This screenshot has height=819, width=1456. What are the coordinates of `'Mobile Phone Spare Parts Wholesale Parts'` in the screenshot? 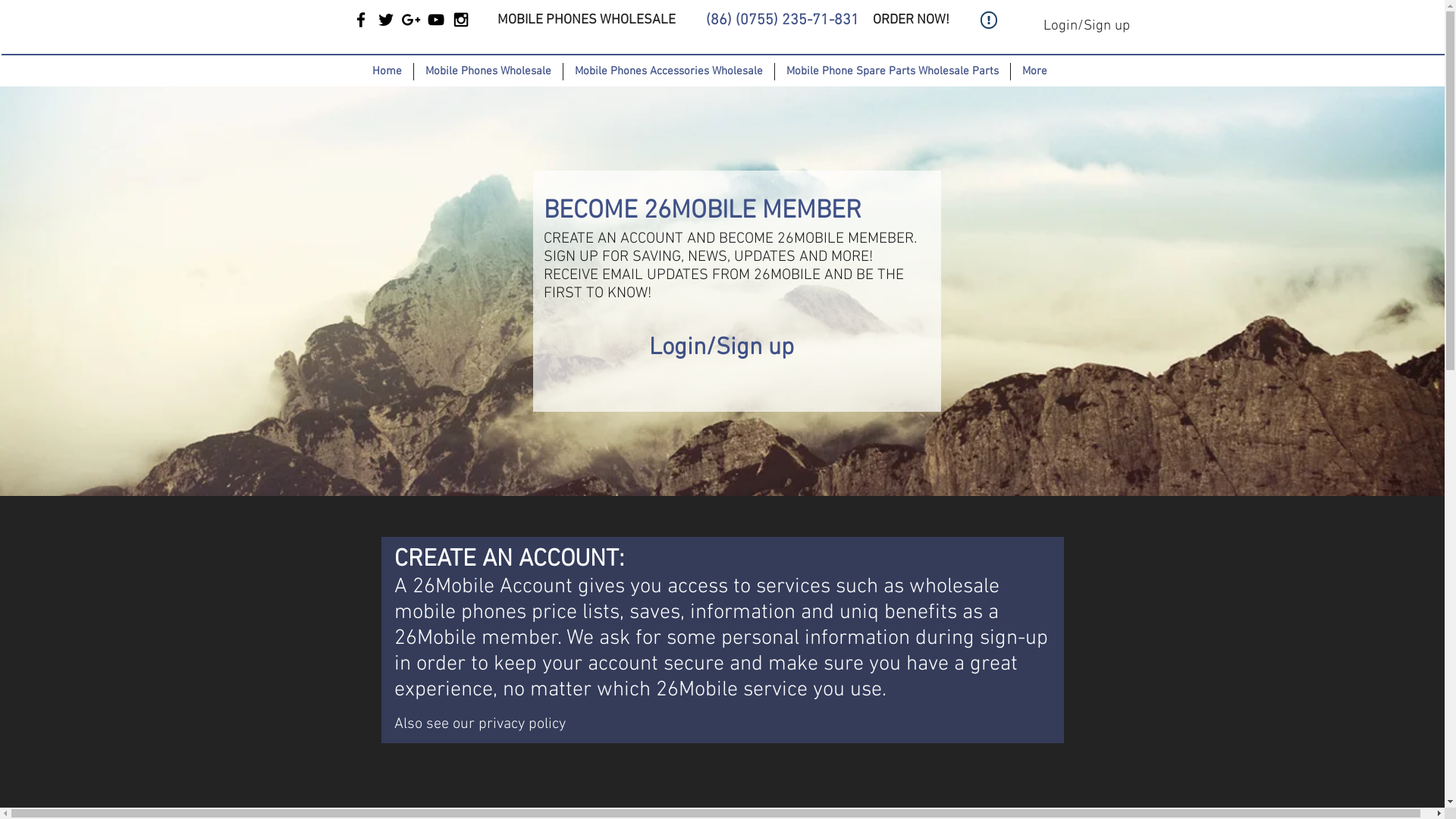 It's located at (891, 71).